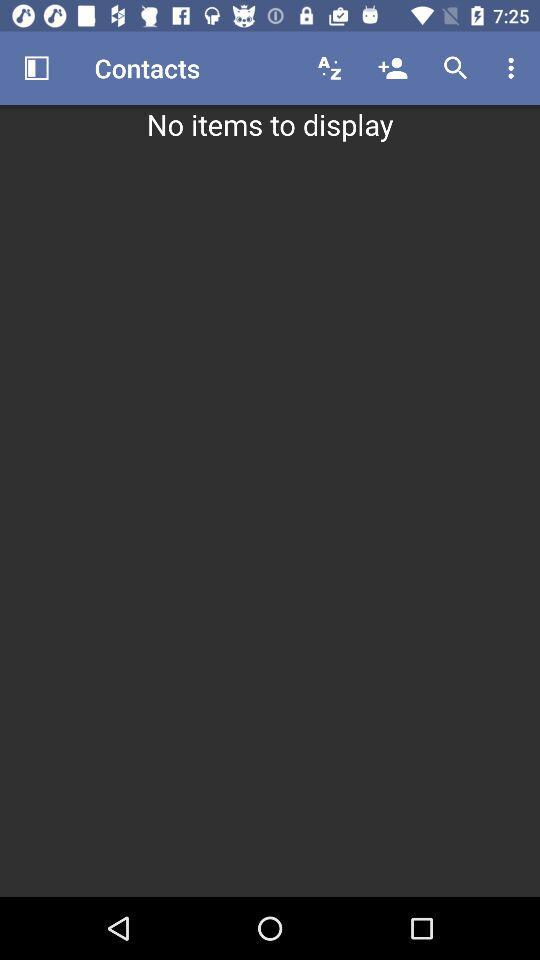 The height and width of the screenshot is (960, 540). I want to click on the item to the right of contacts item, so click(329, 68).